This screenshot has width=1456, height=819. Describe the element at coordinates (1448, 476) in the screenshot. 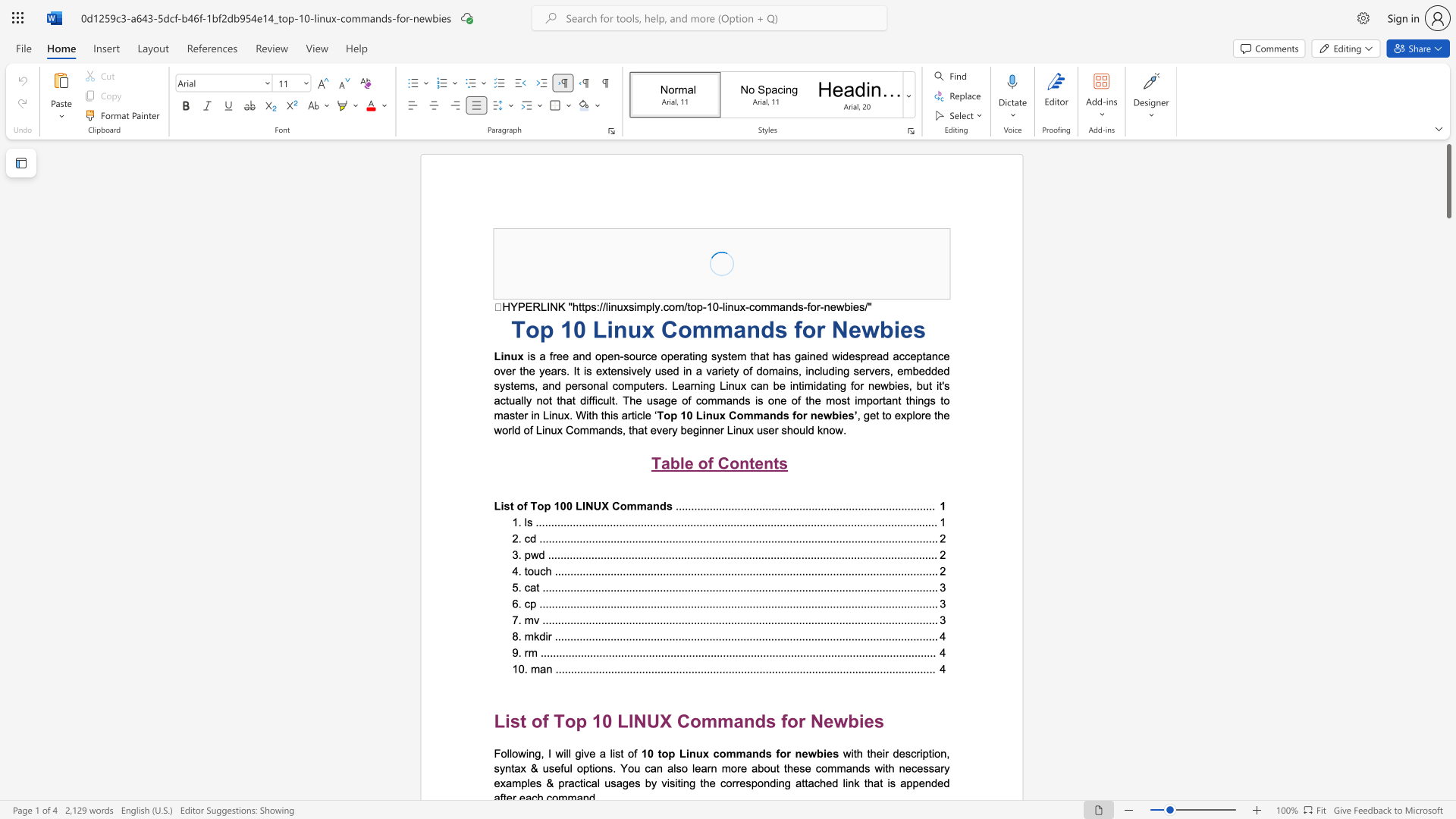

I see `the scrollbar on the right to move the page downward` at that location.